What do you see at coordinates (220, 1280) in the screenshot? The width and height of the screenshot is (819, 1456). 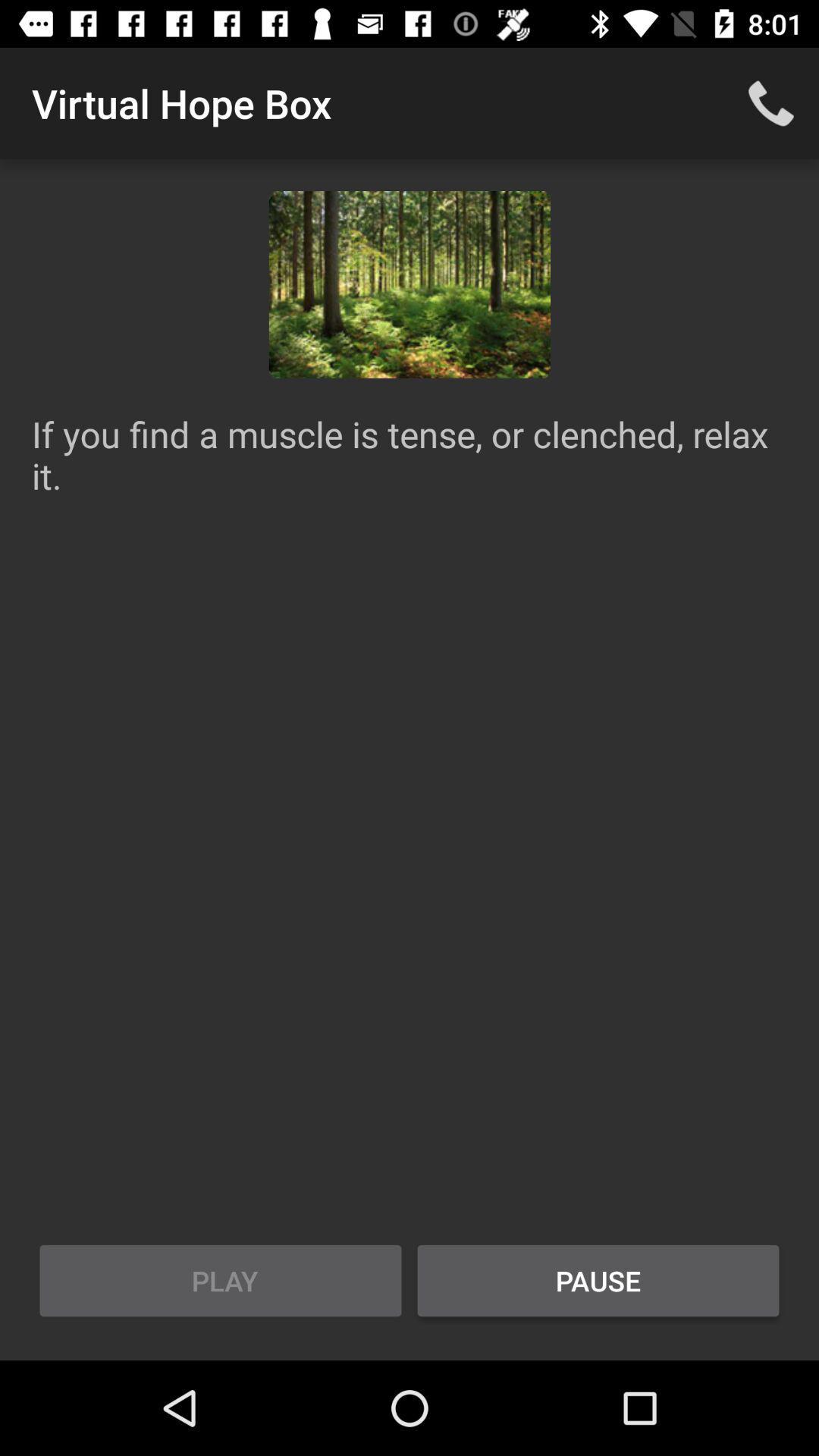 I see `the play` at bounding box center [220, 1280].